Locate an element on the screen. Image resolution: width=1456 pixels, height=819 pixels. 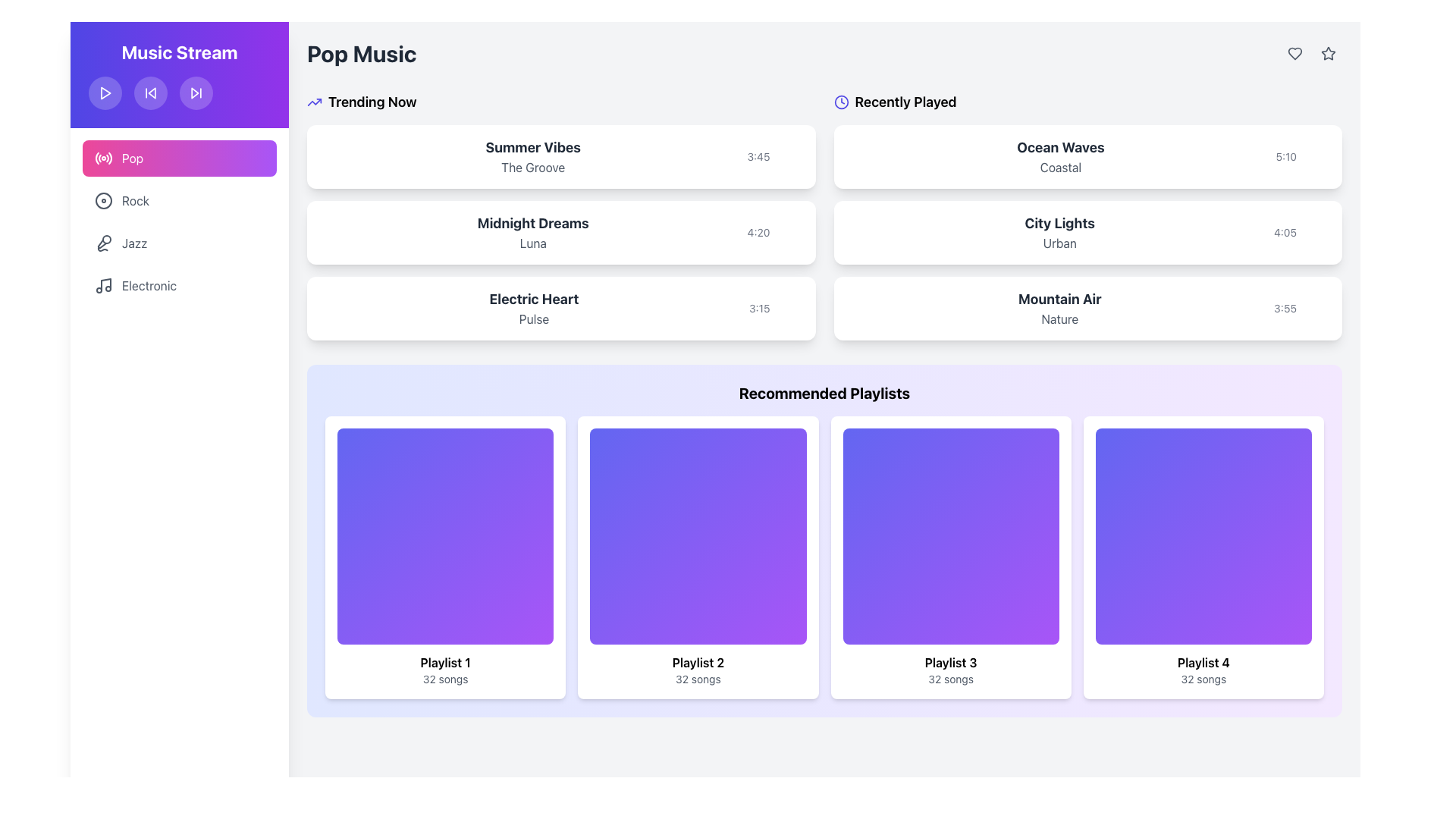
the bold, large-sized heading displaying 'Pop Music' in dark gray, positioned in the top-left quadrant of the main content area, to the right of the purple sidebar is located at coordinates (361, 52).